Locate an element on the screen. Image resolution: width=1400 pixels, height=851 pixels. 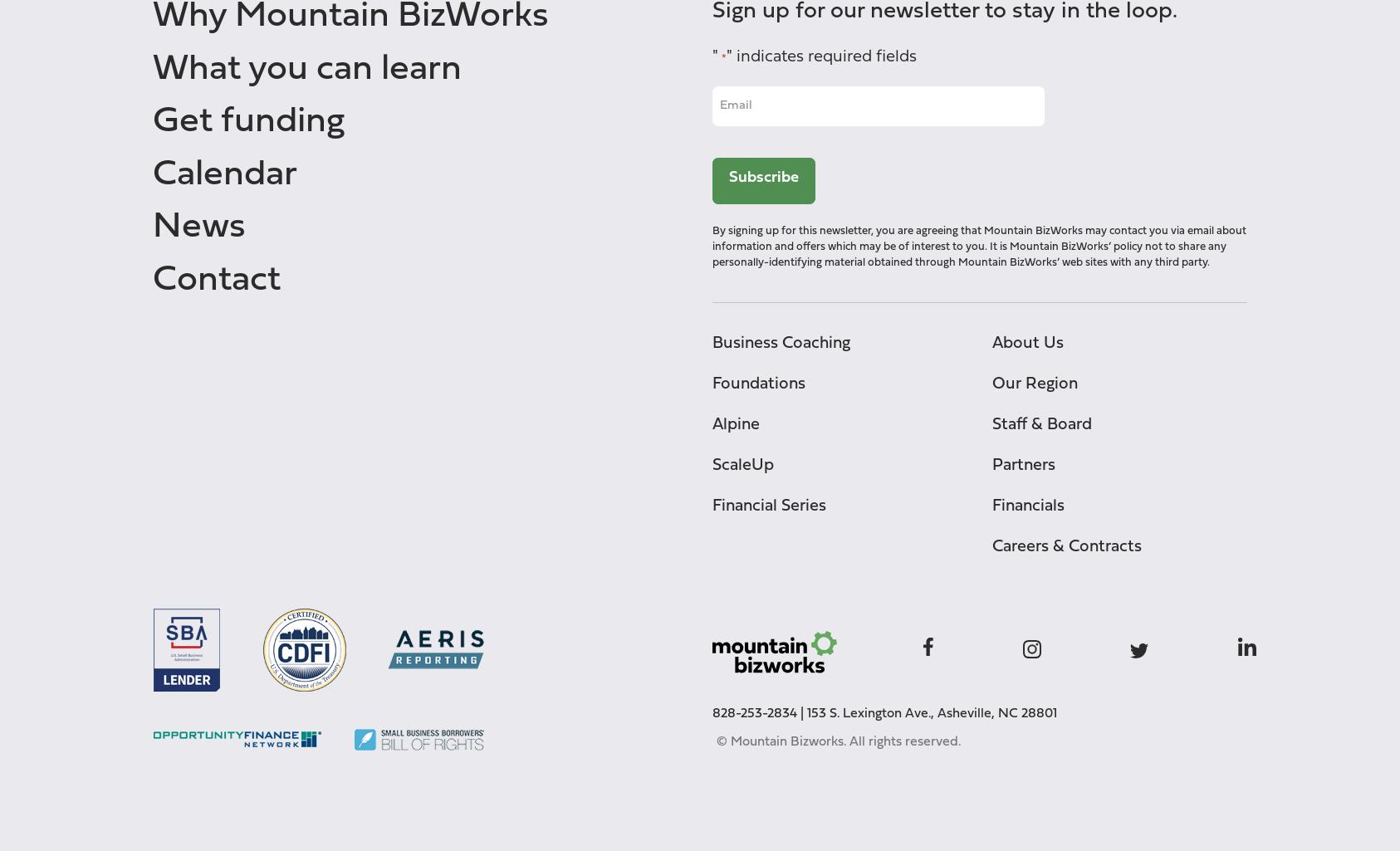
'828-253-2834' is located at coordinates (753, 713).